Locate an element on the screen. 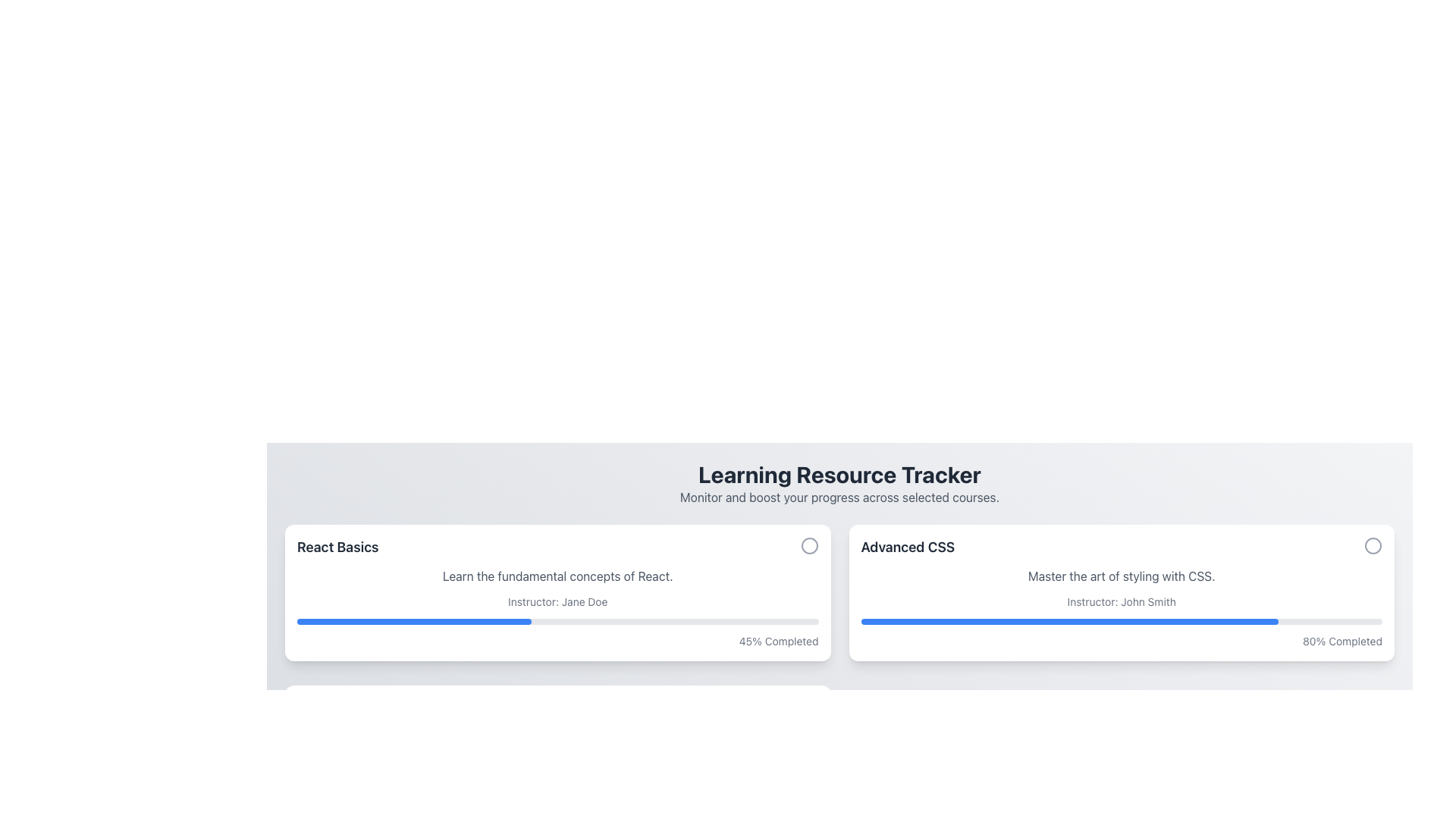  the horizontal progress bar indicating 45% progress, located within the 'React Basics' card, beneath the text 'Instructor: Jane Doe' and above '45% Completed' is located at coordinates (557, 622).